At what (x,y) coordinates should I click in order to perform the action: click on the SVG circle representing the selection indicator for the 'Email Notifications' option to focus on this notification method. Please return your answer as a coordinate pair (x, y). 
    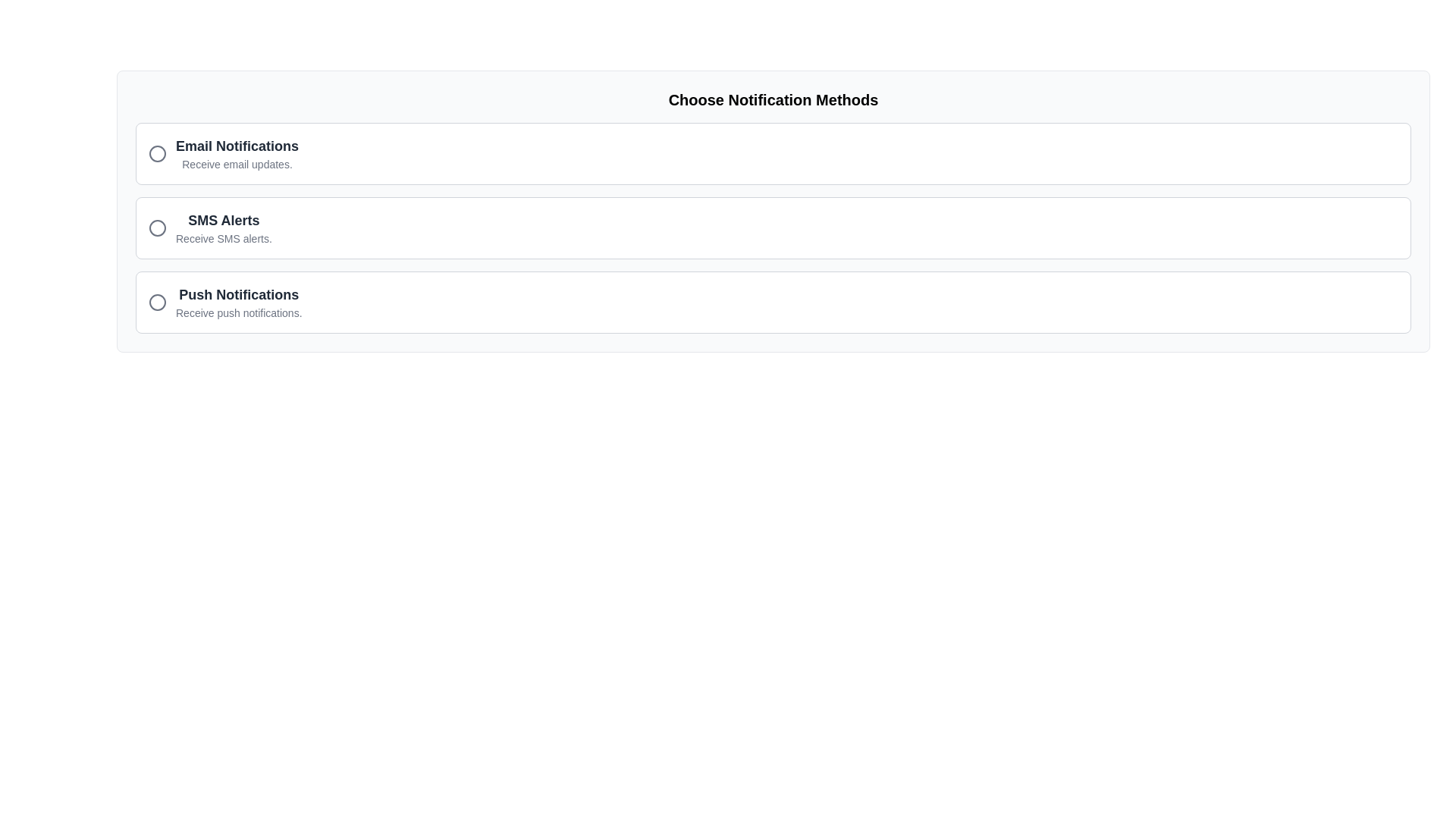
    Looking at the image, I should click on (157, 154).